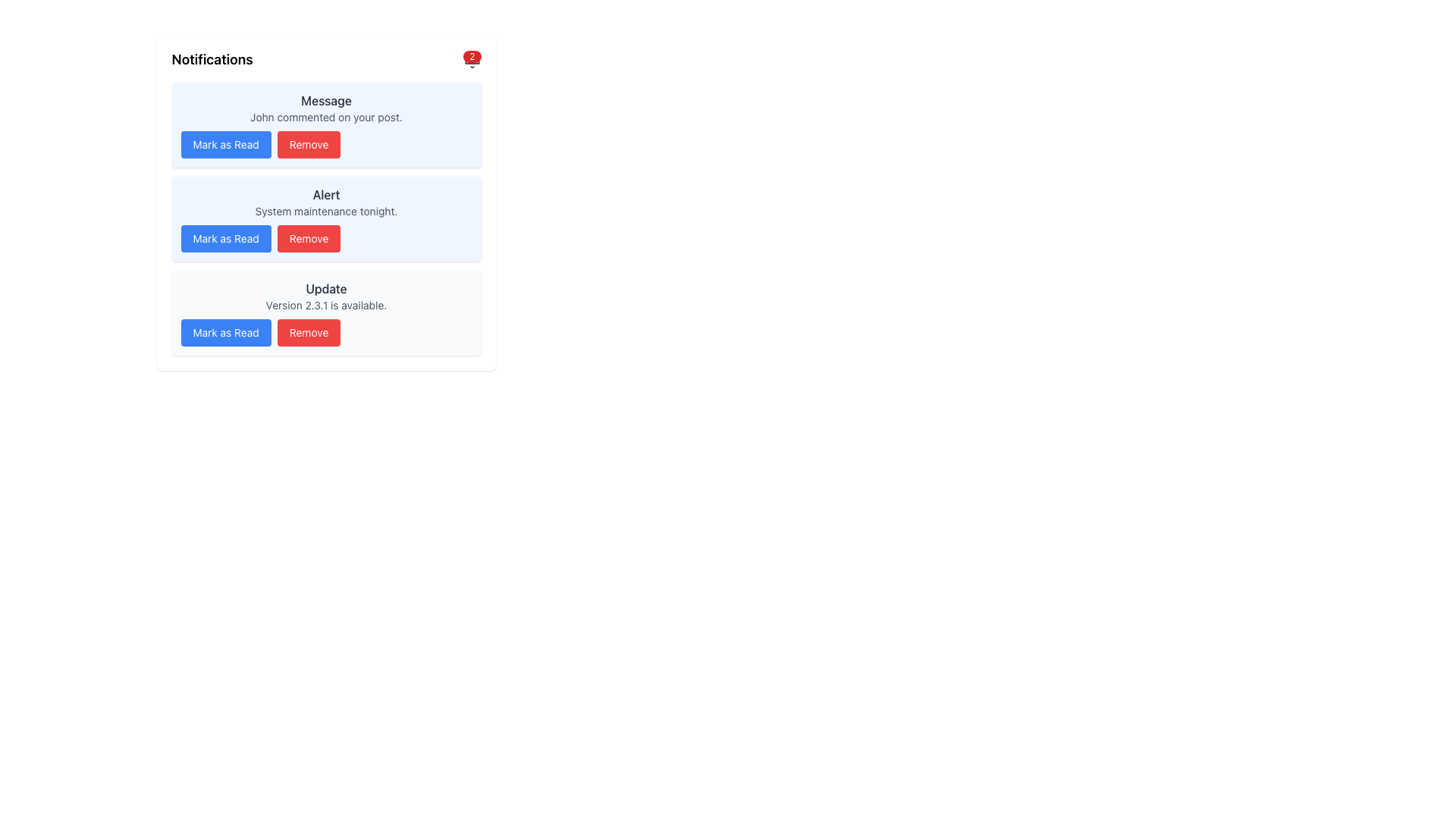  What do you see at coordinates (225, 239) in the screenshot?
I see `the button that marks the associated notification as read within the second notification card labeled 'Alert: System maintenance tonight.'` at bounding box center [225, 239].